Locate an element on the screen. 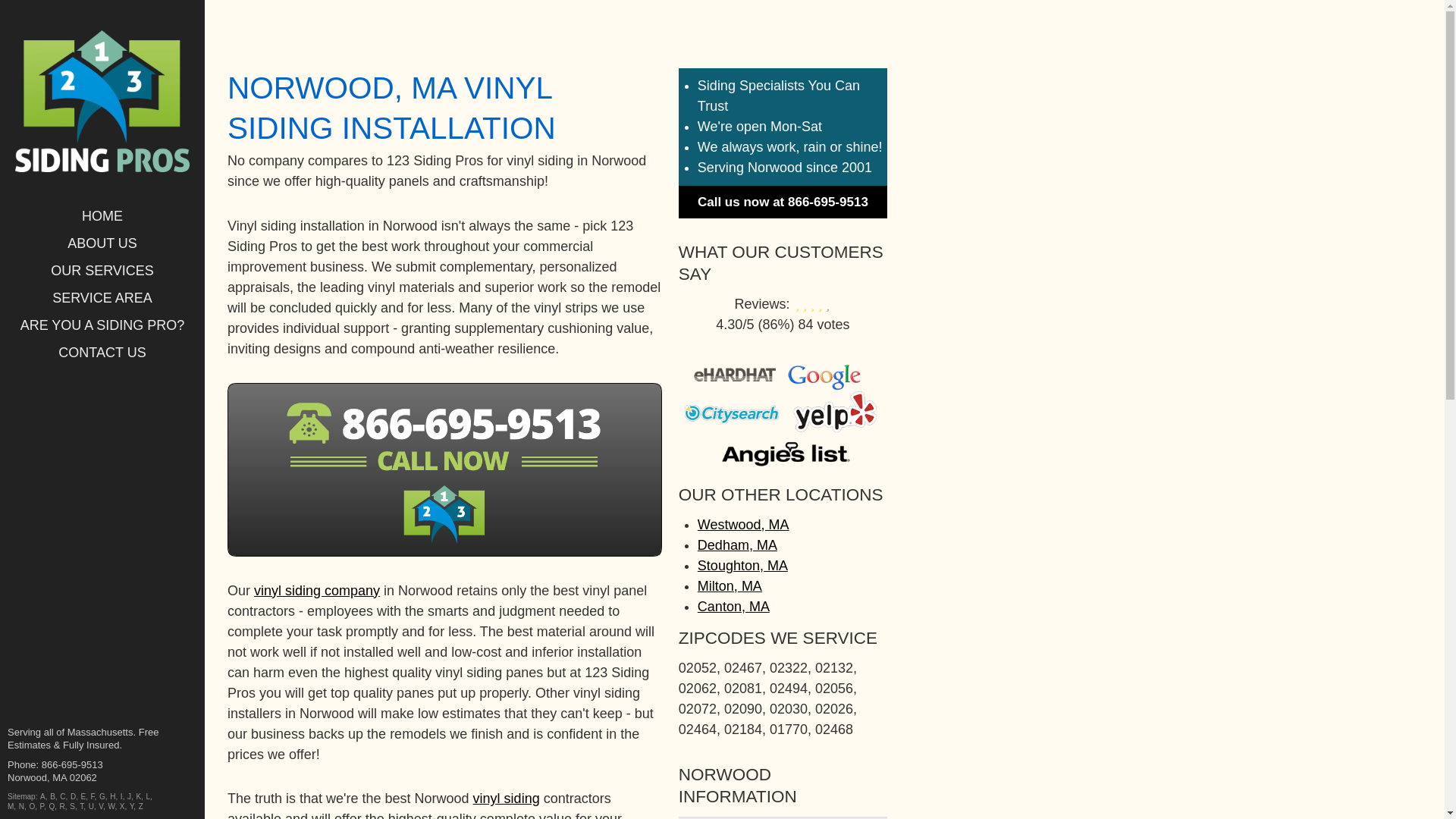 This screenshot has width=1456, height=819. 'M' is located at coordinates (7, 805).